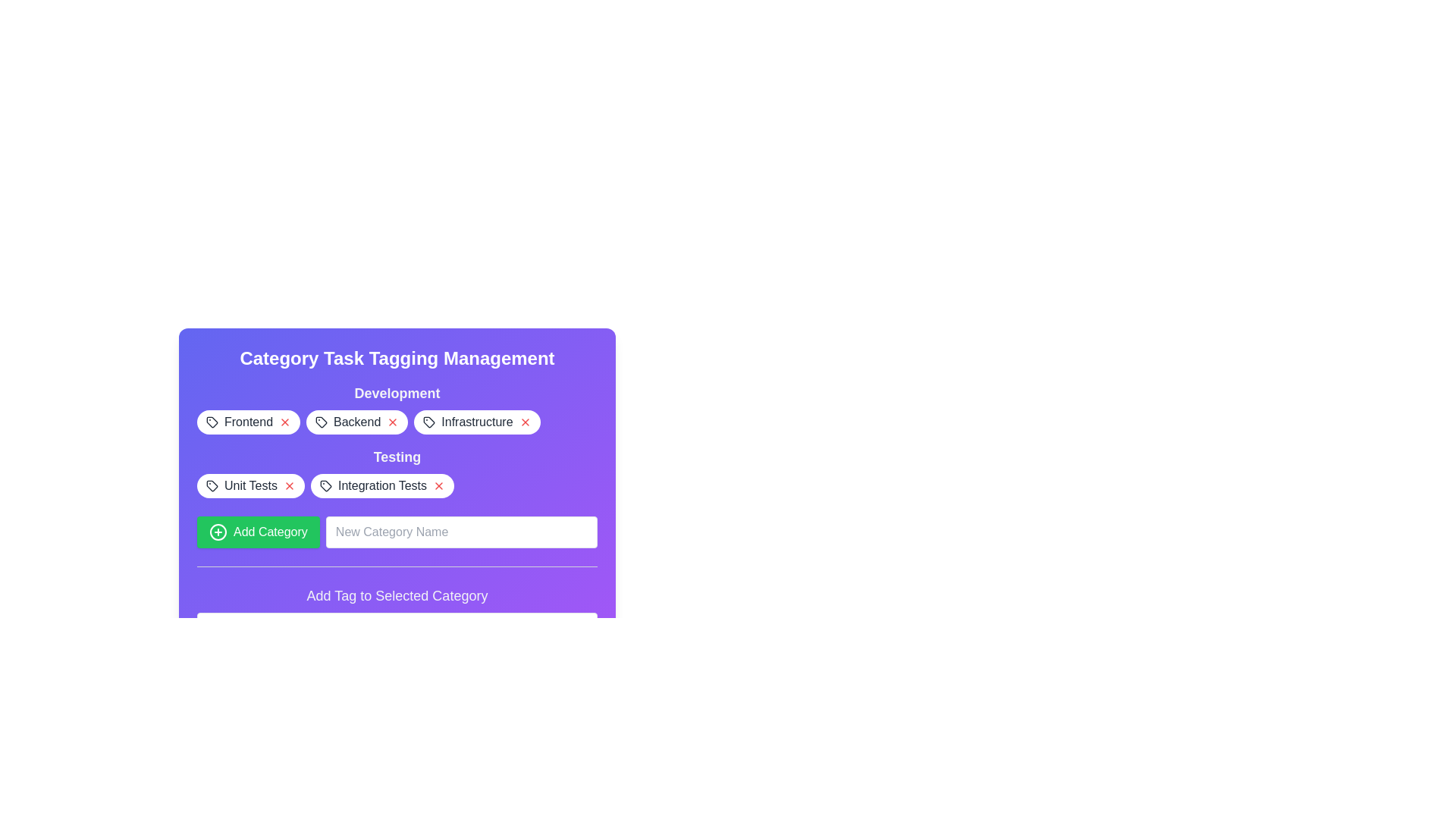 Image resolution: width=1456 pixels, height=819 pixels. Describe the element at coordinates (325, 485) in the screenshot. I see `the tag icon resembling a minimalistic tag with a black outline, located within the 'Integration Tests' label, positioned at the leftmost side before the text` at that location.